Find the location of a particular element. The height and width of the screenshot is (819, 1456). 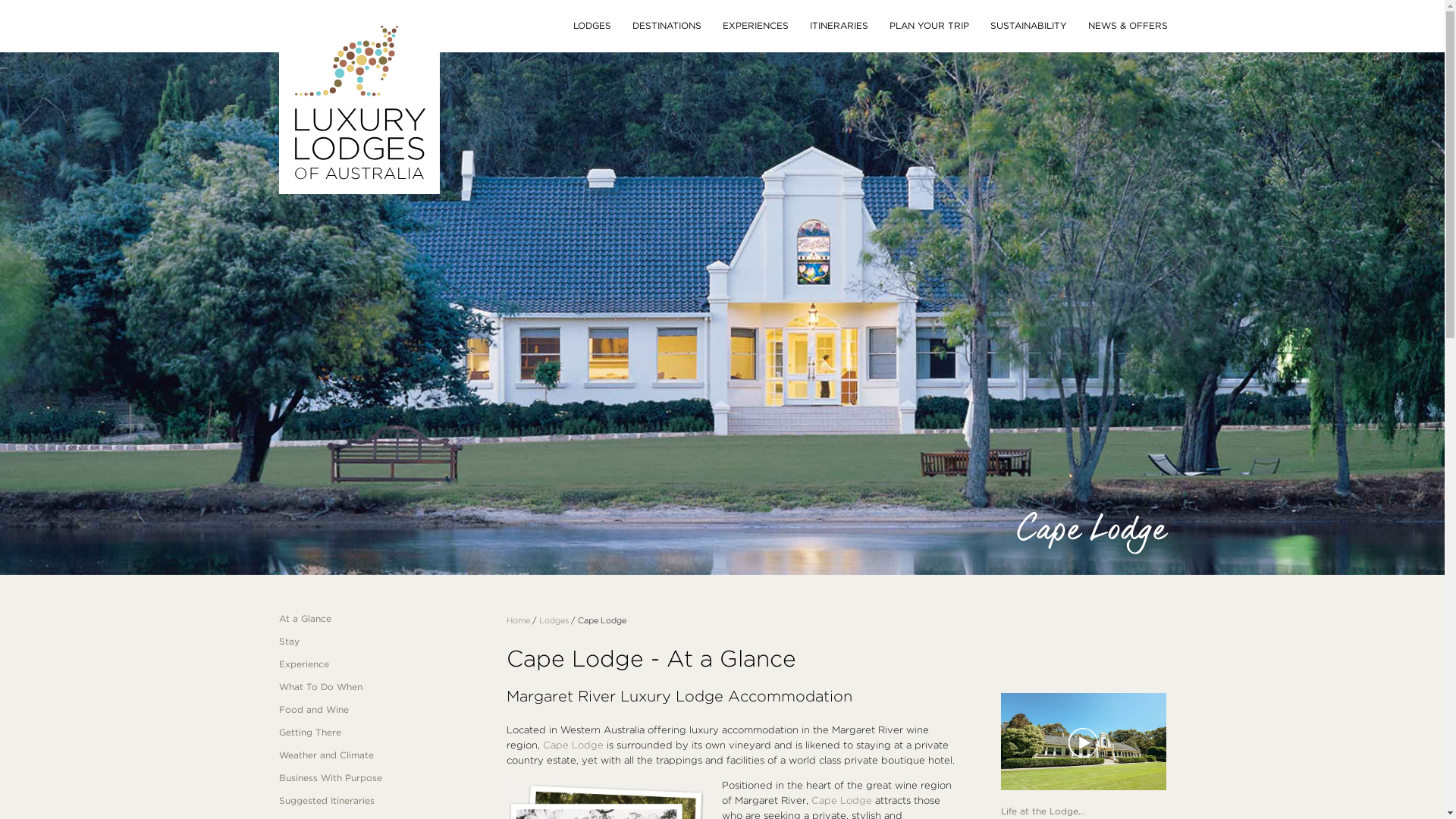

'At a Glance' is located at coordinates (381, 619).